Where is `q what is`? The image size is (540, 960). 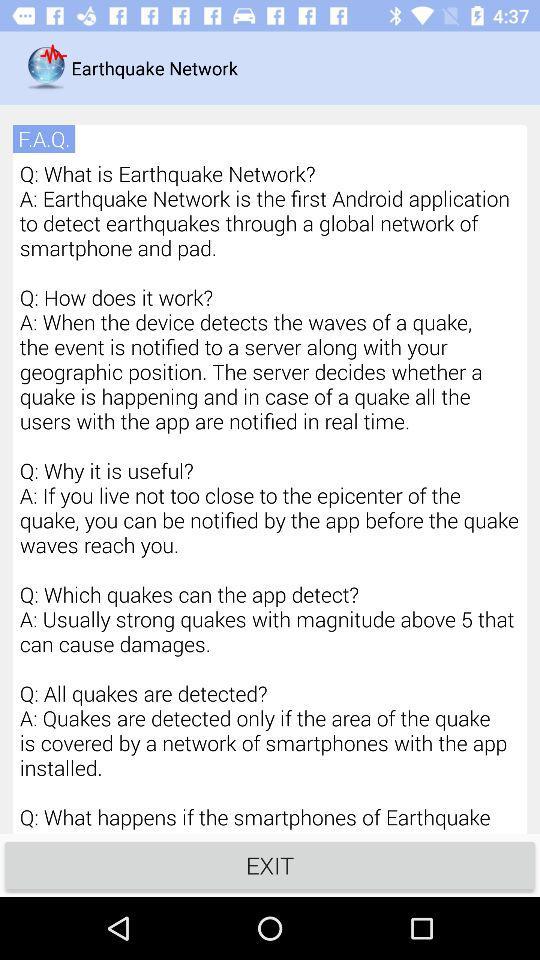 q what is is located at coordinates (270, 495).